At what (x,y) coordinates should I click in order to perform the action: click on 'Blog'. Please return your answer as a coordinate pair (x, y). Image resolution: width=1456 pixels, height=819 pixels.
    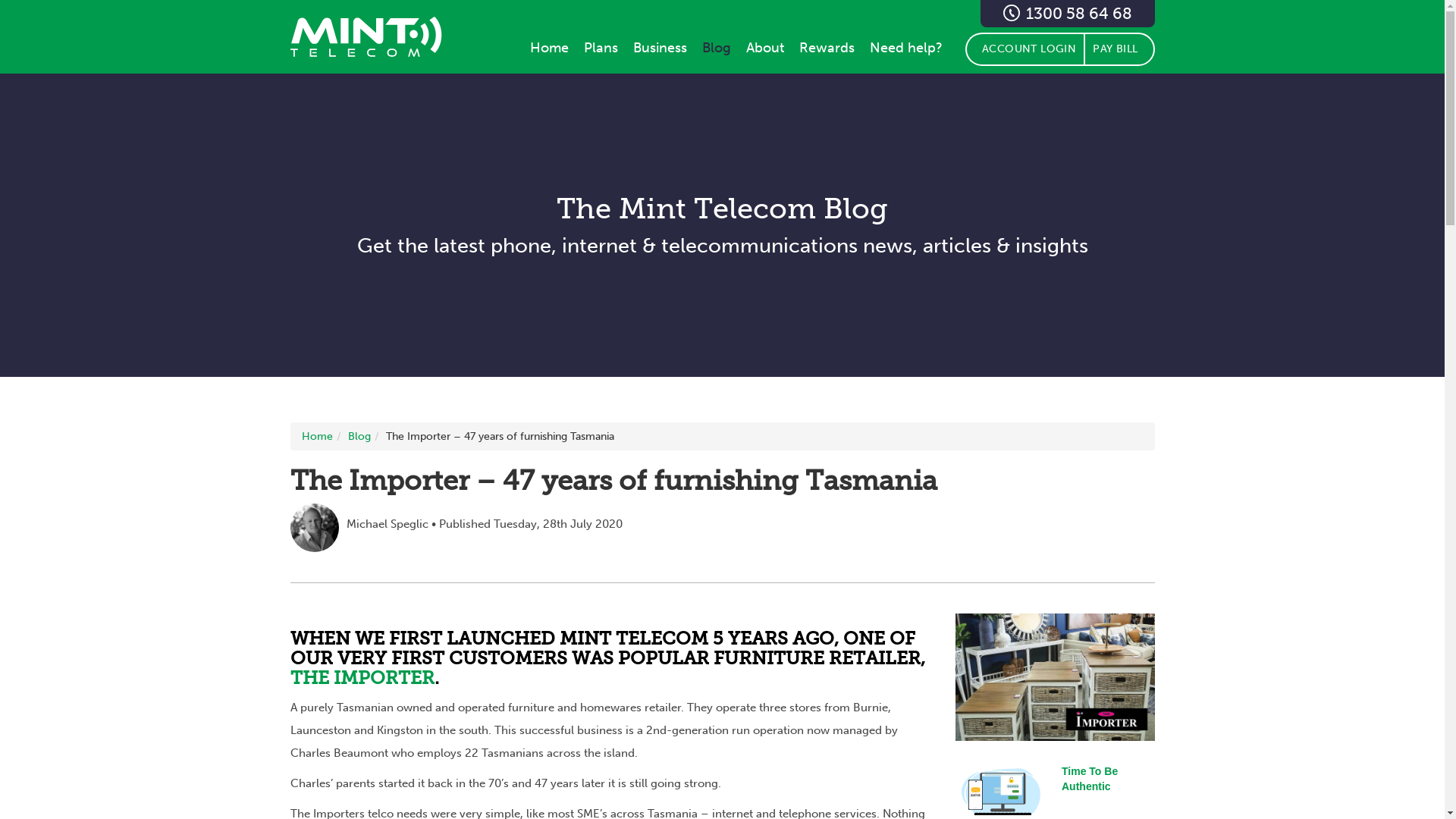
    Looking at the image, I should click on (694, 46).